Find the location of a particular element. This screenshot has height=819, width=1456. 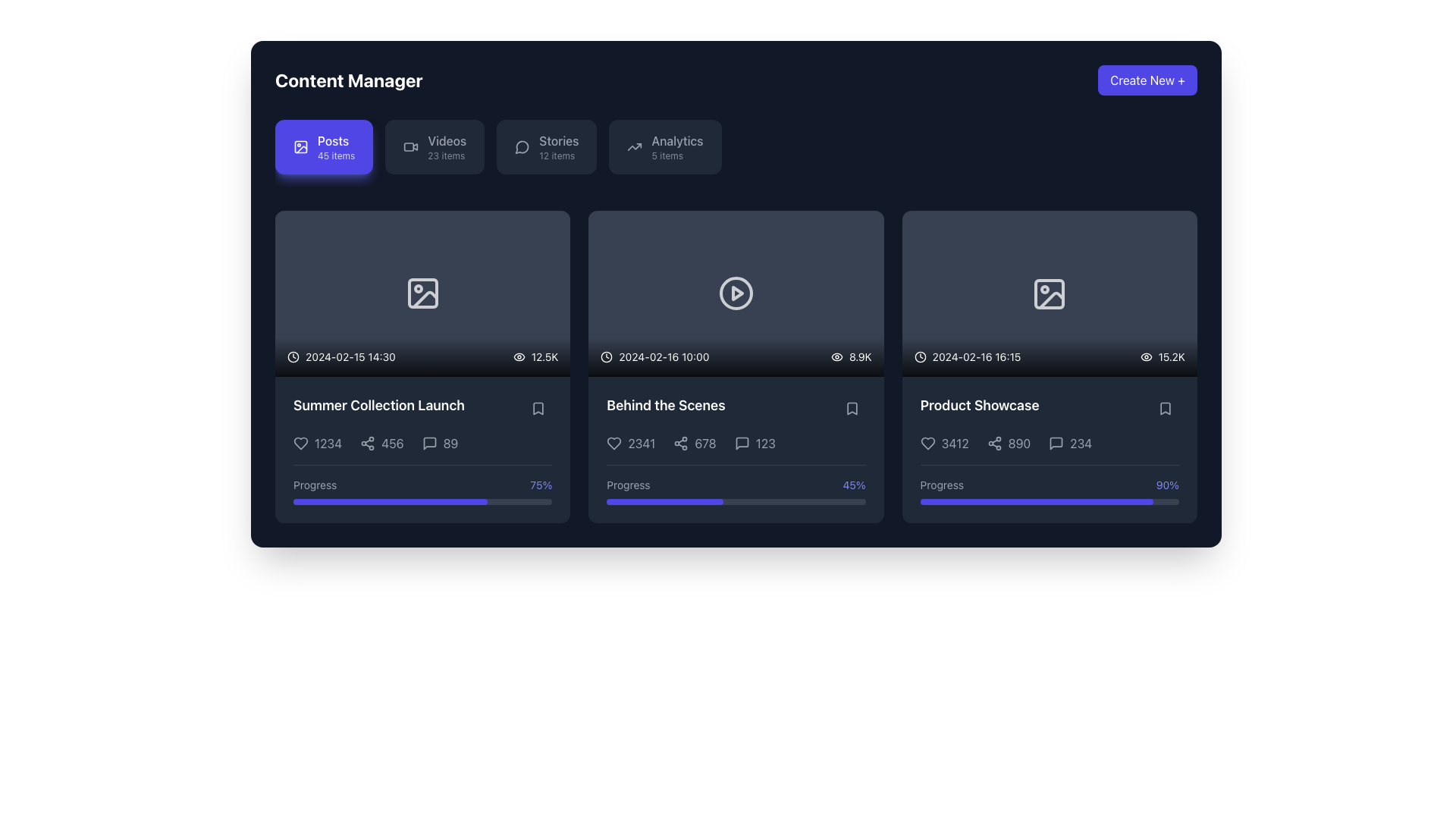

the information display panel showing the timestamp '2024-02-16 16:15' and viewer count '15.2K', located at the bottom of the rightmost card in the grid layout is located at coordinates (1049, 356).